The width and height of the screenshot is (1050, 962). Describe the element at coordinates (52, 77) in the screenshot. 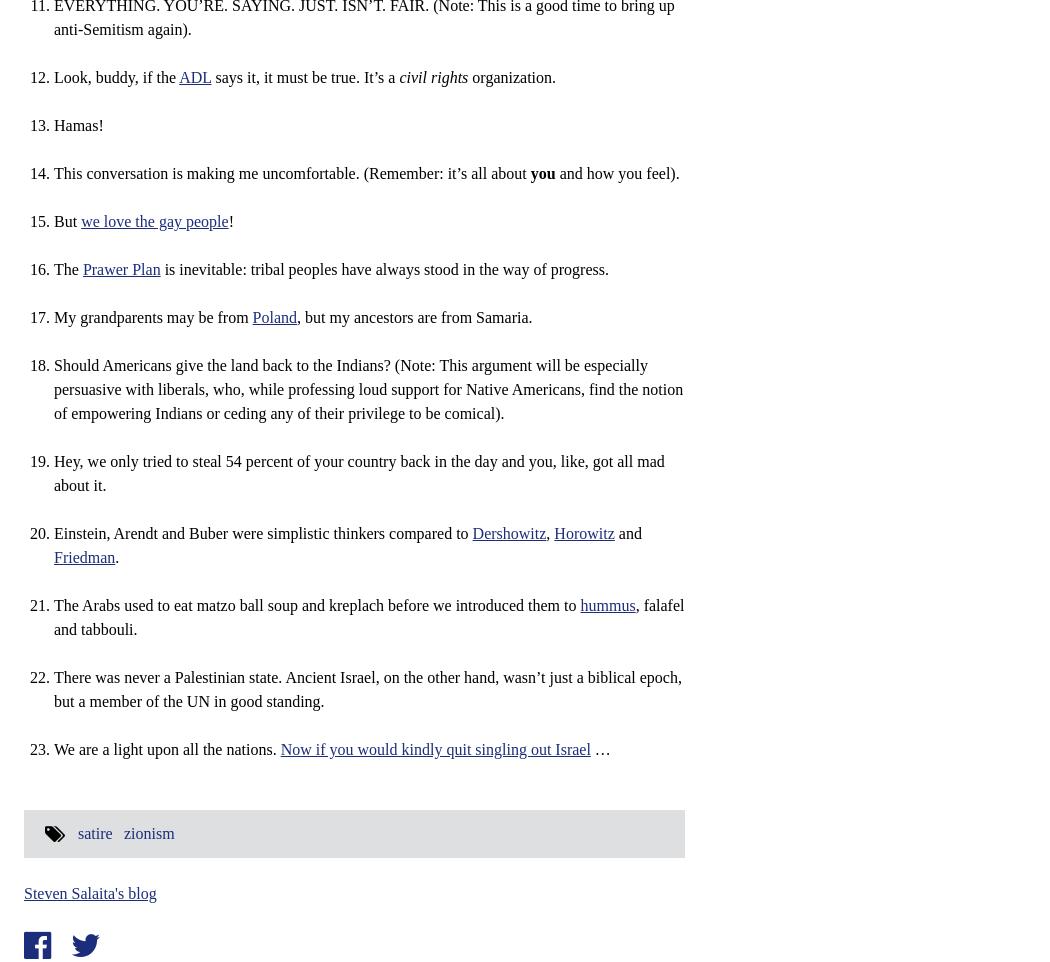

I see `'Look, buddy, if the'` at that location.